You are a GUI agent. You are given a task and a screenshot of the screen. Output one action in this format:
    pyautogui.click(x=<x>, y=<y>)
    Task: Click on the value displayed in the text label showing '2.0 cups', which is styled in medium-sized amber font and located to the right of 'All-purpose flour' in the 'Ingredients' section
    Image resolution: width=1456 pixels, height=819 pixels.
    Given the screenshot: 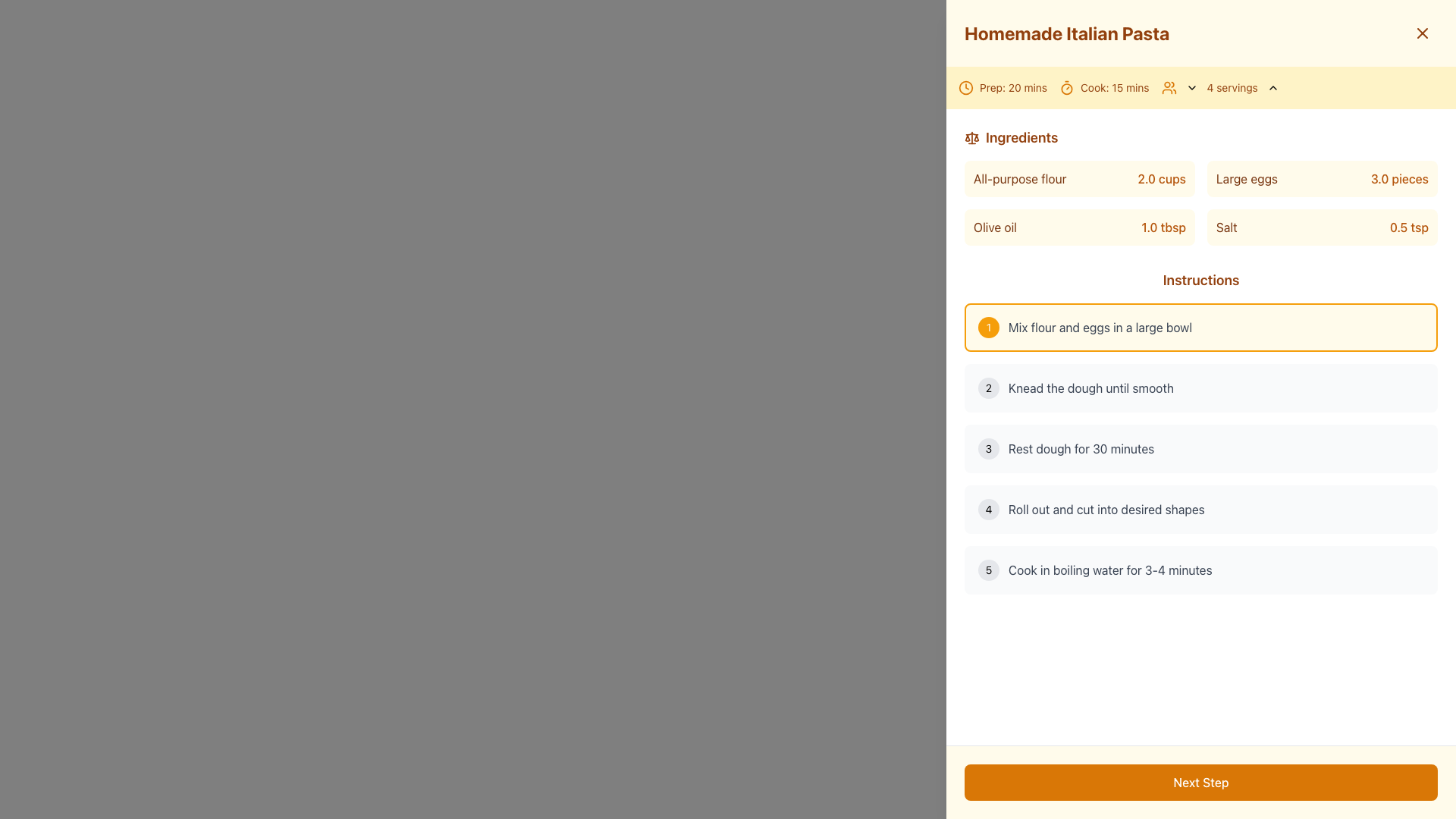 What is the action you would take?
    pyautogui.click(x=1161, y=177)
    